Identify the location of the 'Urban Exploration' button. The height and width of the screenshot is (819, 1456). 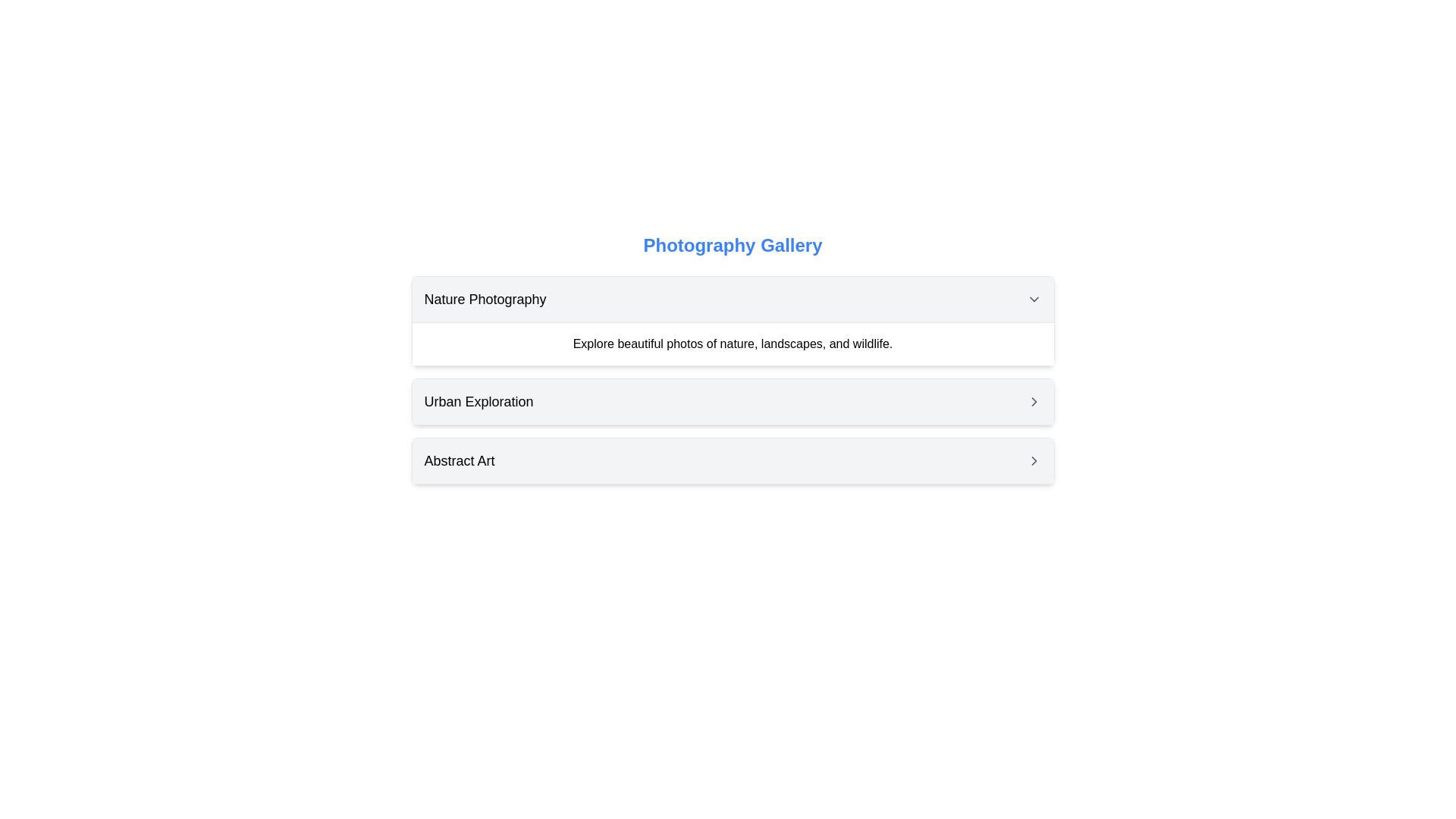
(733, 400).